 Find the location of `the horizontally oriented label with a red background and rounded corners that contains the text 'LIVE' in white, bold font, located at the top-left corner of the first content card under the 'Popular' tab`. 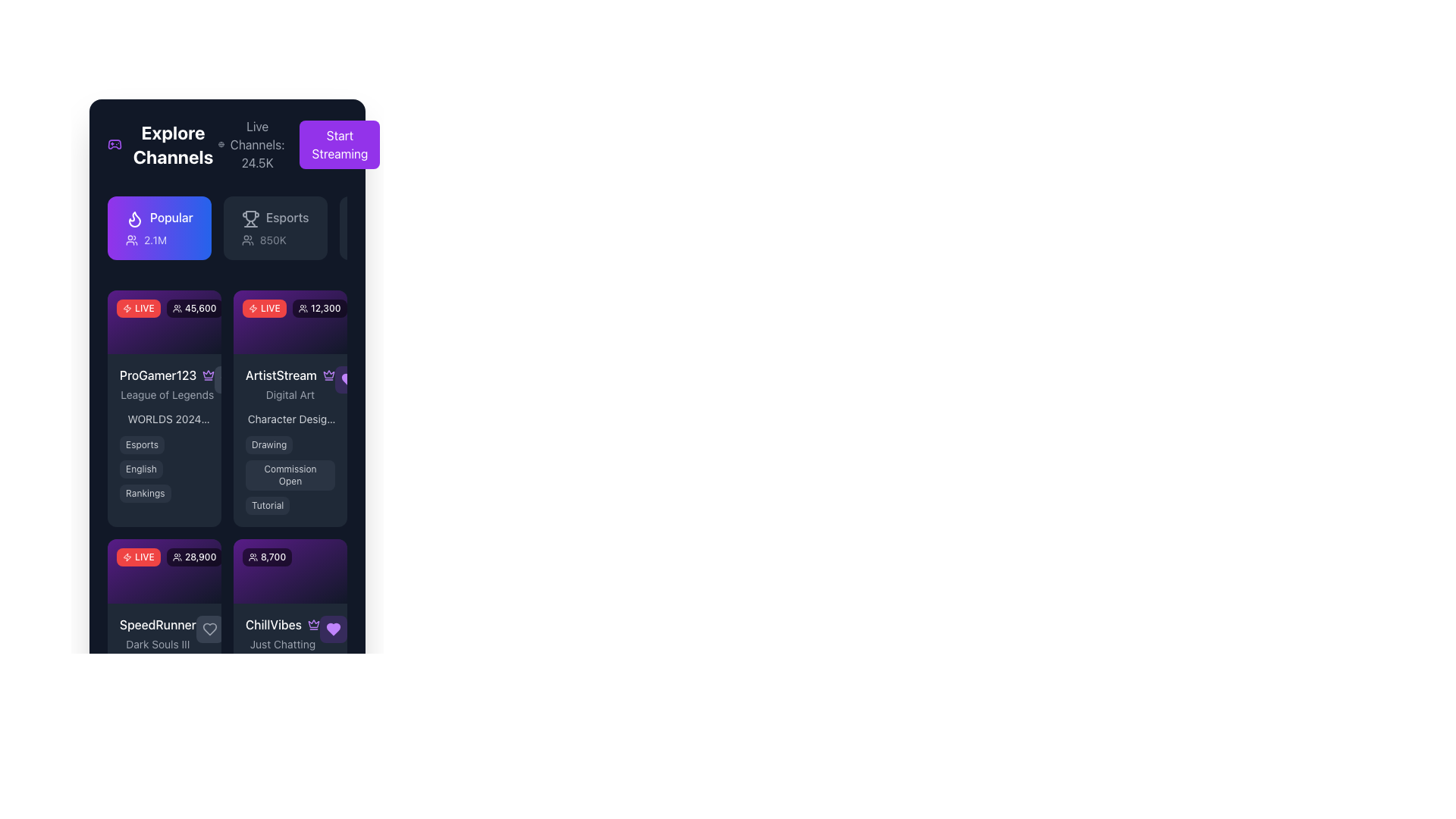

the horizontally oriented label with a red background and rounded corners that contains the text 'LIVE' in white, bold font, located at the top-left corner of the first content card under the 'Popular' tab is located at coordinates (138, 308).